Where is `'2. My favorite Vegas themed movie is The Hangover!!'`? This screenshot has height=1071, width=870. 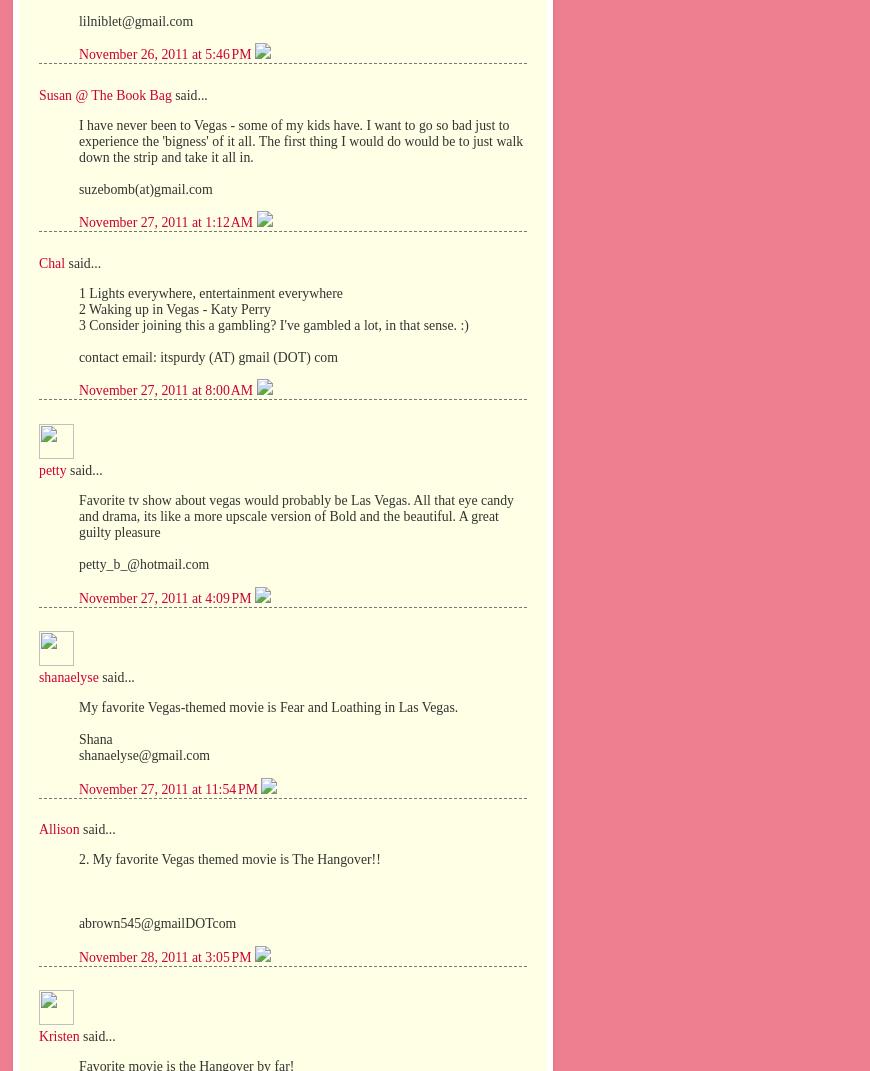
'2. My favorite Vegas themed movie is The Hangover!!' is located at coordinates (229, 858).